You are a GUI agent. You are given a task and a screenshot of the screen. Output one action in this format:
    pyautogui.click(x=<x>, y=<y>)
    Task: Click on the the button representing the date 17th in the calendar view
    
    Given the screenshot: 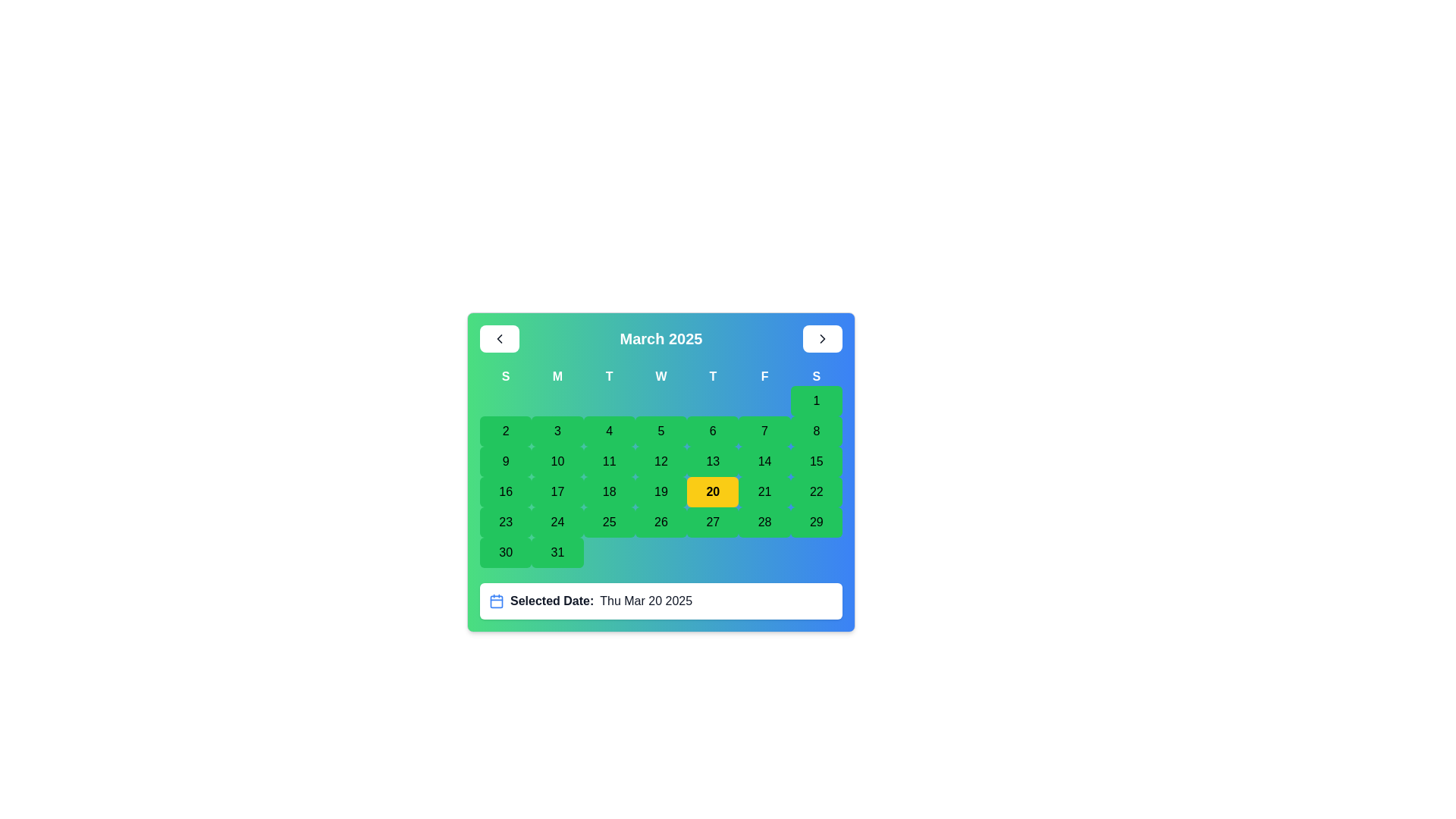 What is the action you would take?
    pyautogui.click(x=556, y=491)
    